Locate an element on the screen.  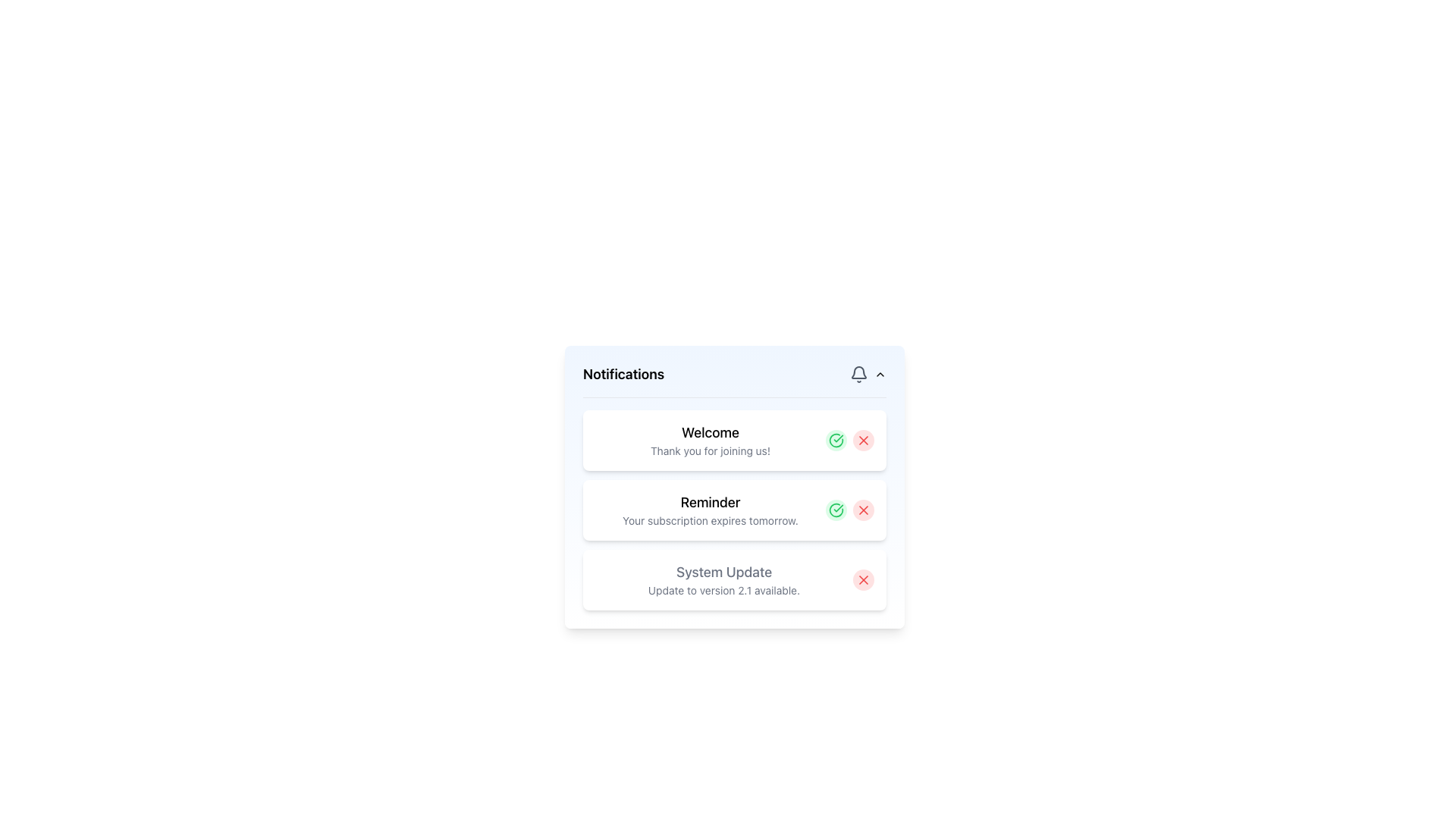
the text label that serves as the title or heading for the second notification card from the top is located at coordinates (709, 503).